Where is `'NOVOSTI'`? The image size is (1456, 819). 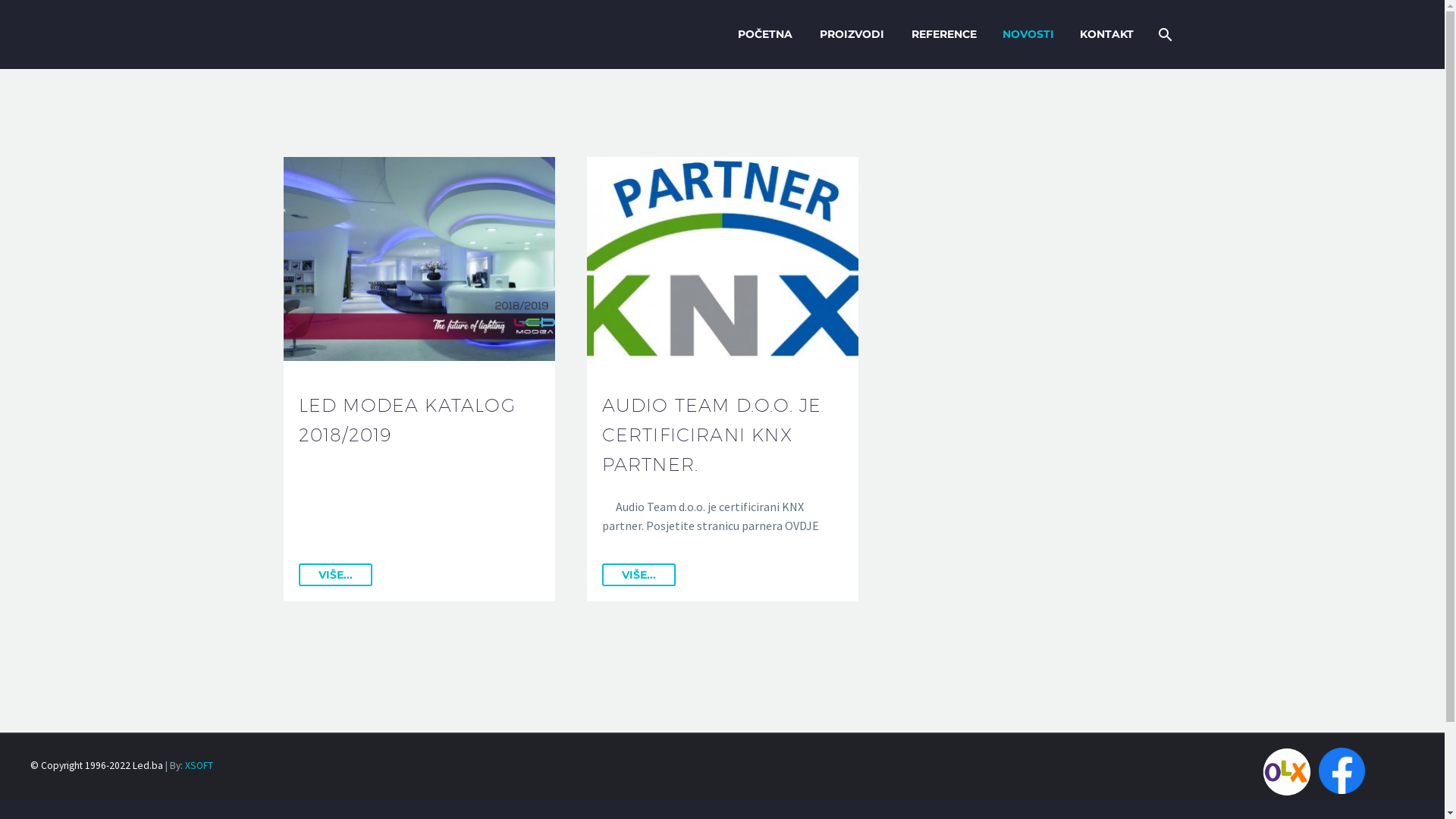
'NOVOSTI' is located at coordinates (1027, 34).